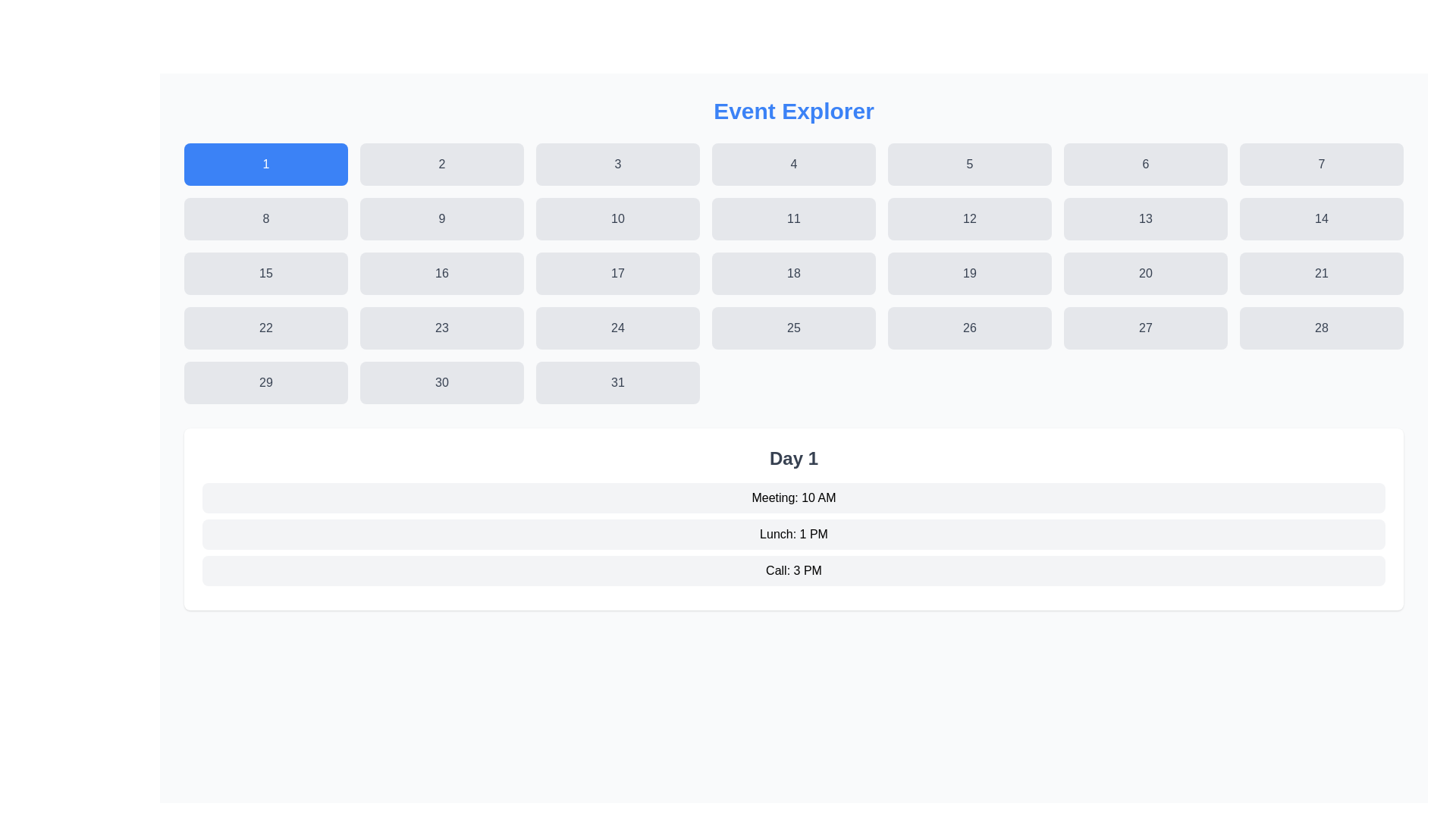 The image size is (1456, 819). I want to click on the button labeled '5' in the Event Explorer interface, so click(968, 164).